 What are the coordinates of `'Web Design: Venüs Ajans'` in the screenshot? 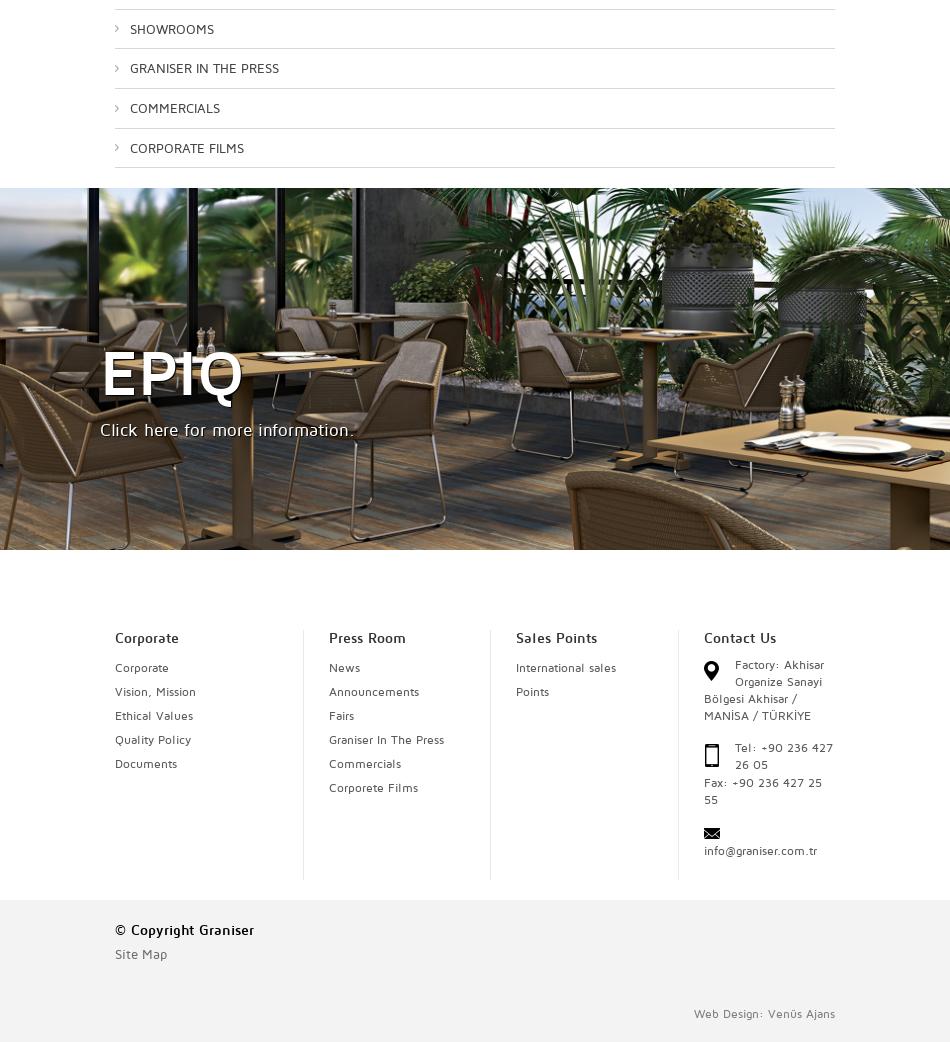 It's located at (763, 1012).